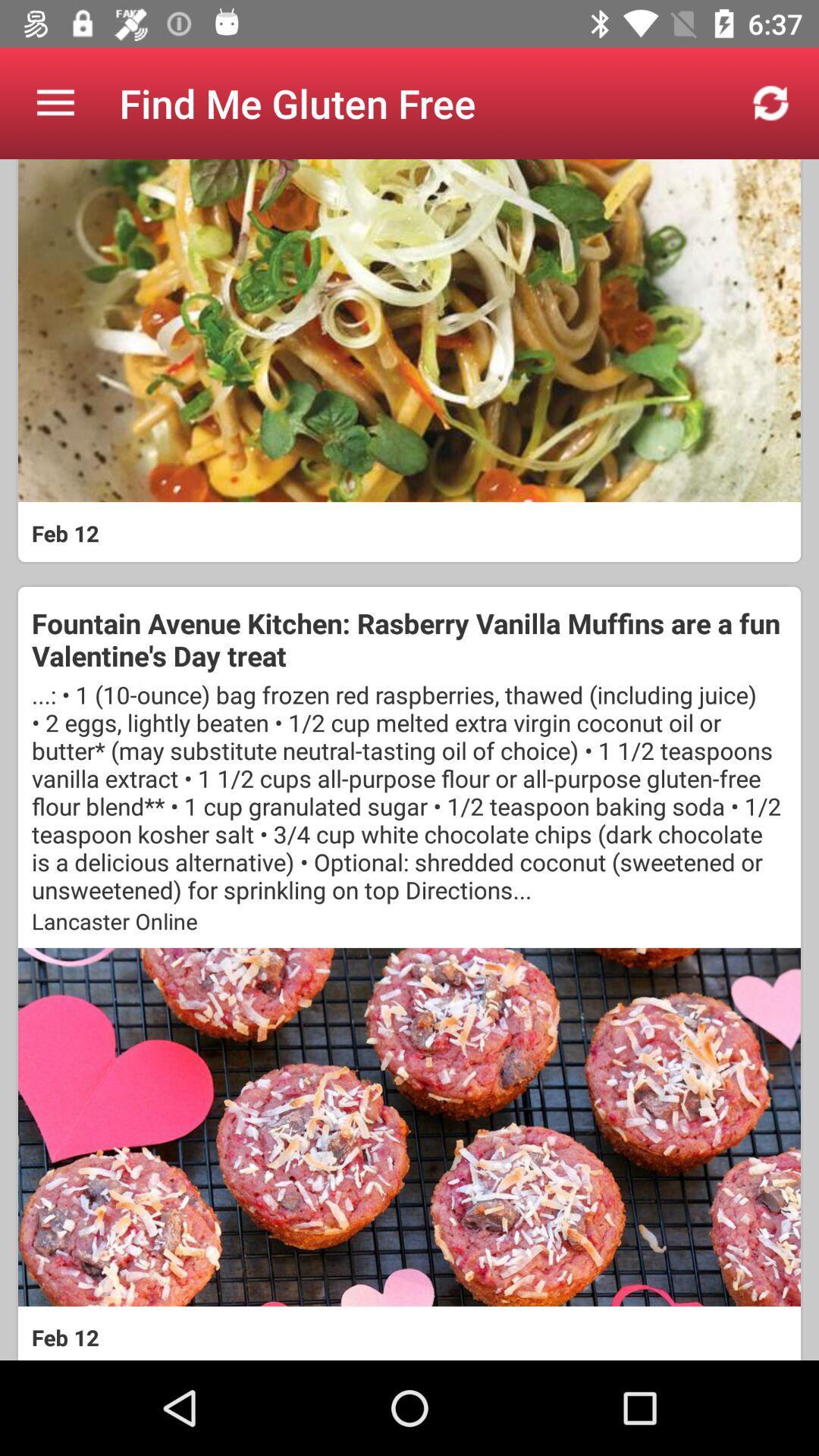 This screenshot has width=819, height=1456. Describe the element at coordinates (409, 639) in the screenshot. I see `fountain avenue kitchen` at that location.